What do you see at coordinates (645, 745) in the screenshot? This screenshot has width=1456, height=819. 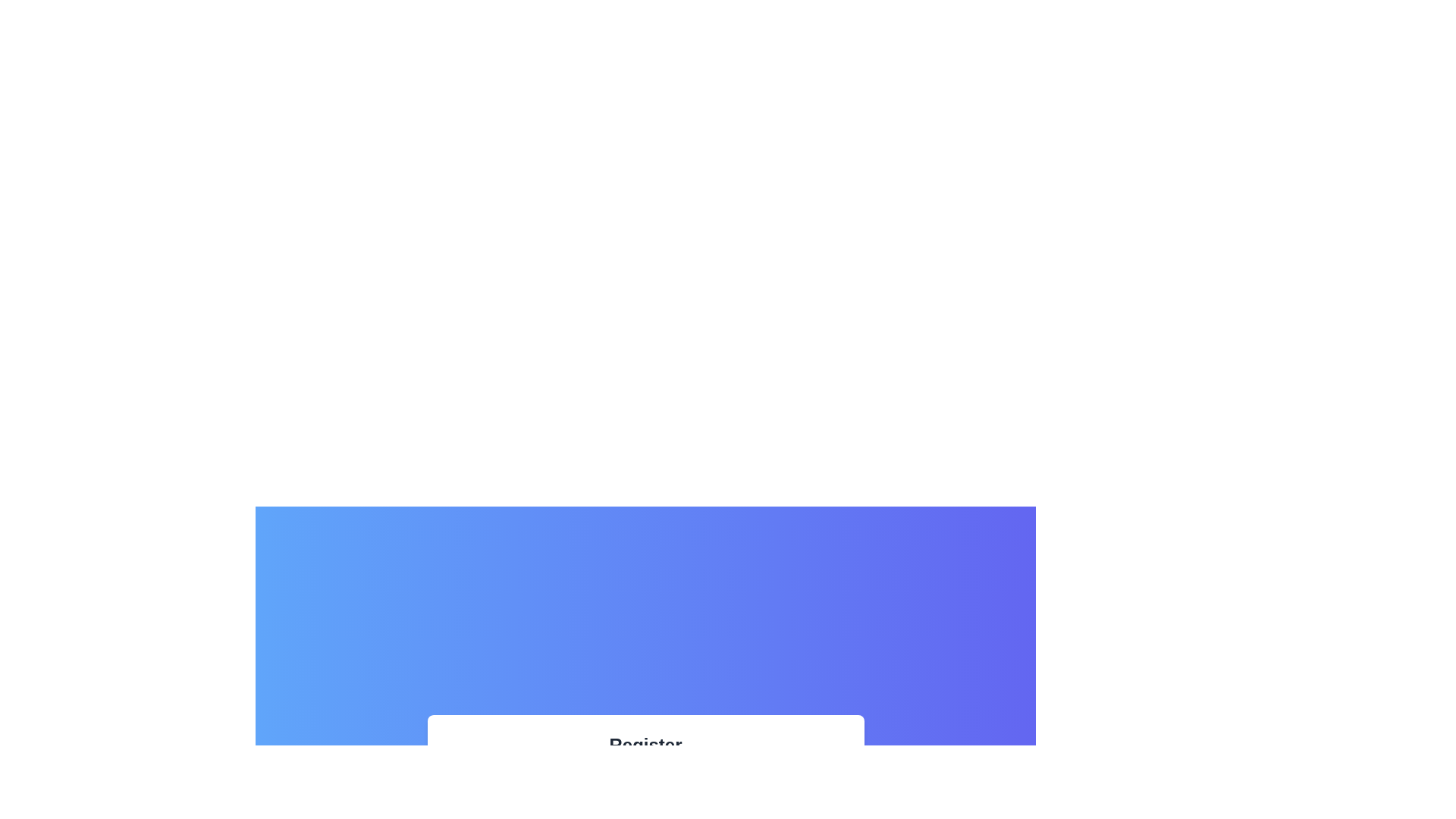 I see `text from the header element that serves as a section title for the form, providing context about its purpose` at bounding box center [645, 745].